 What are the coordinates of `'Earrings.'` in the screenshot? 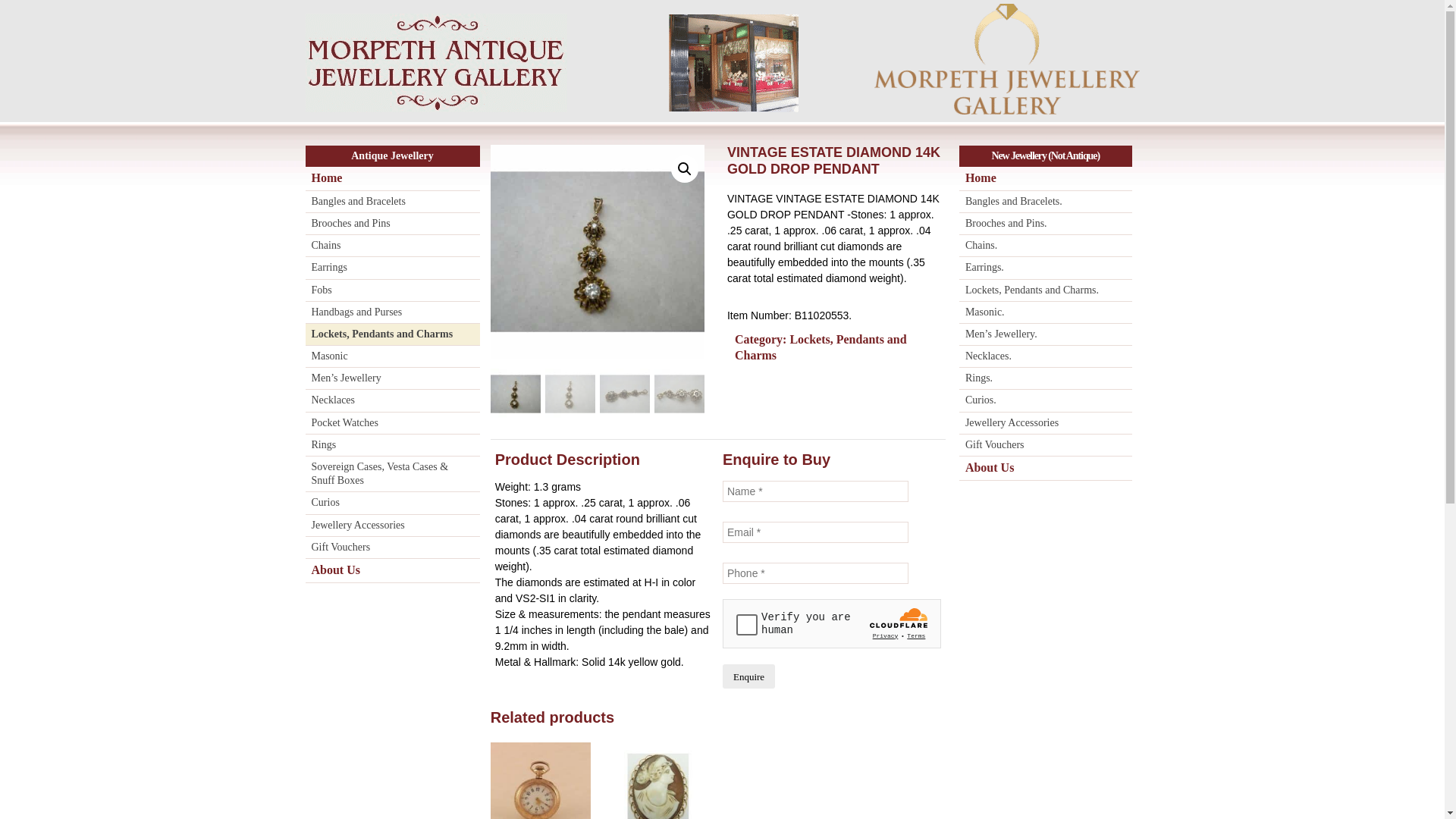 It's located at (1044, 267).